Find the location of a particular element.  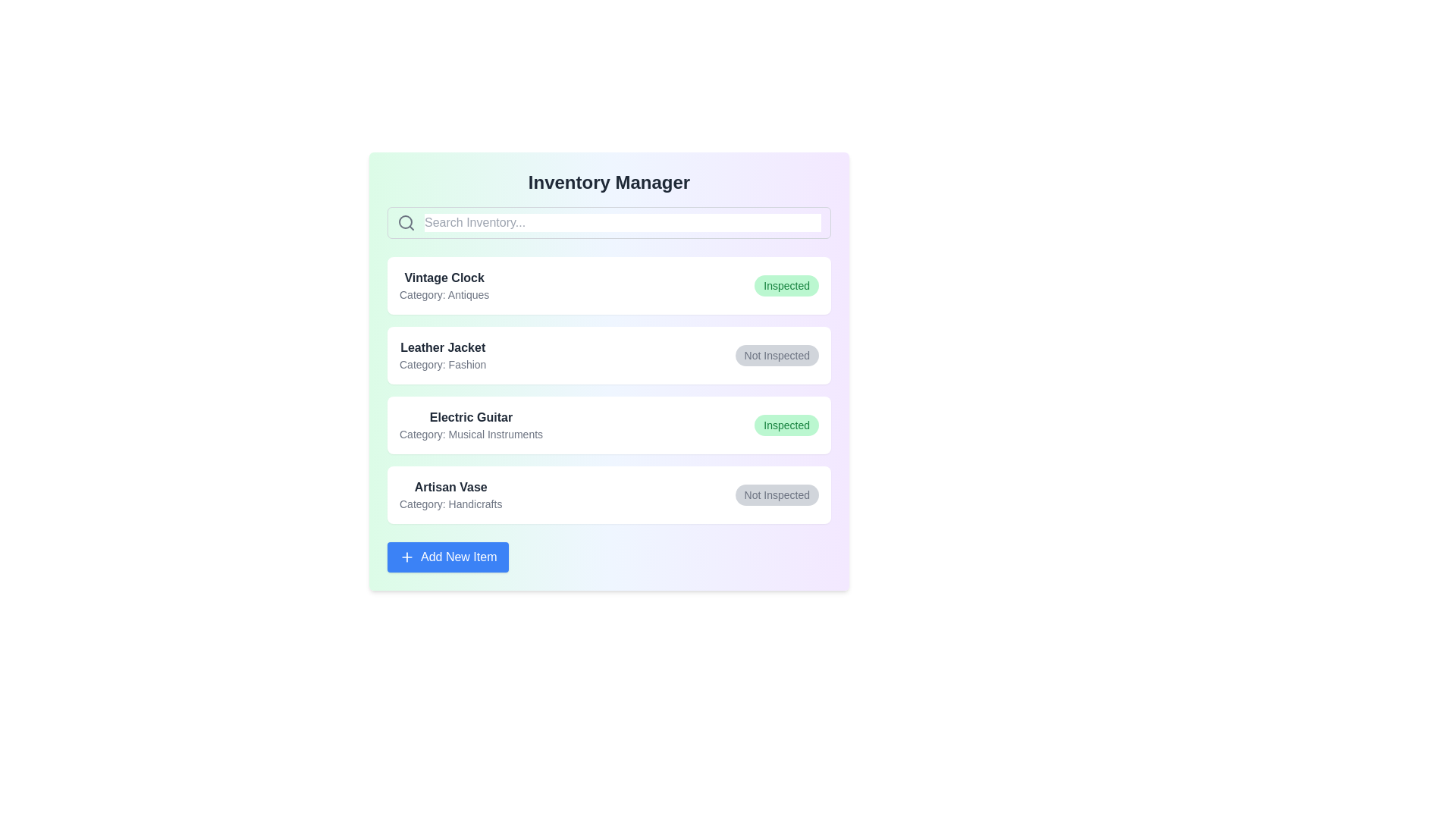

the item details for Electric Guitar is located at coordinates (609, 425).